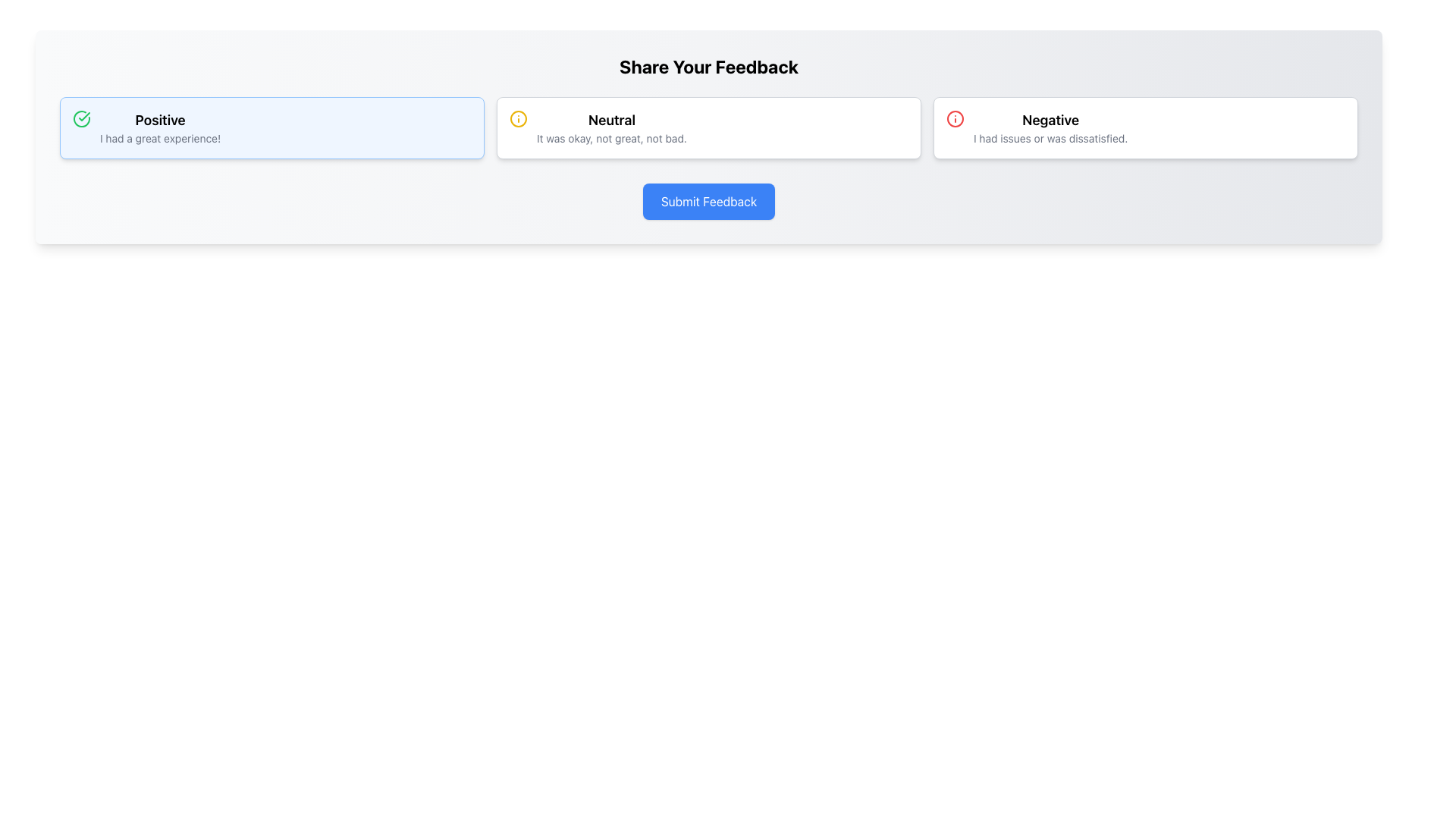 The image size is (1456, 819). I want to click on the text group within the interactive card that displays 'Positive' and 'I had a great experience!', so click(160, 127).